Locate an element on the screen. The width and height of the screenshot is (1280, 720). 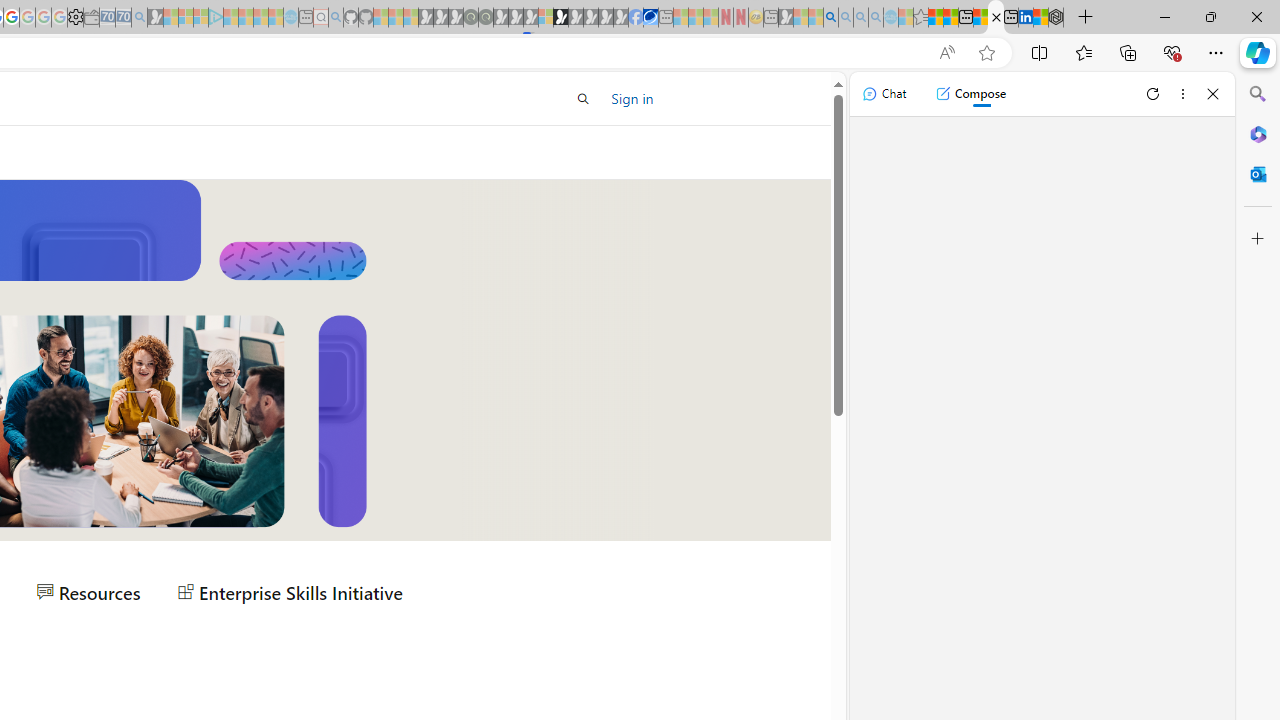
'Sign in' is located at coordinates (631, 98).